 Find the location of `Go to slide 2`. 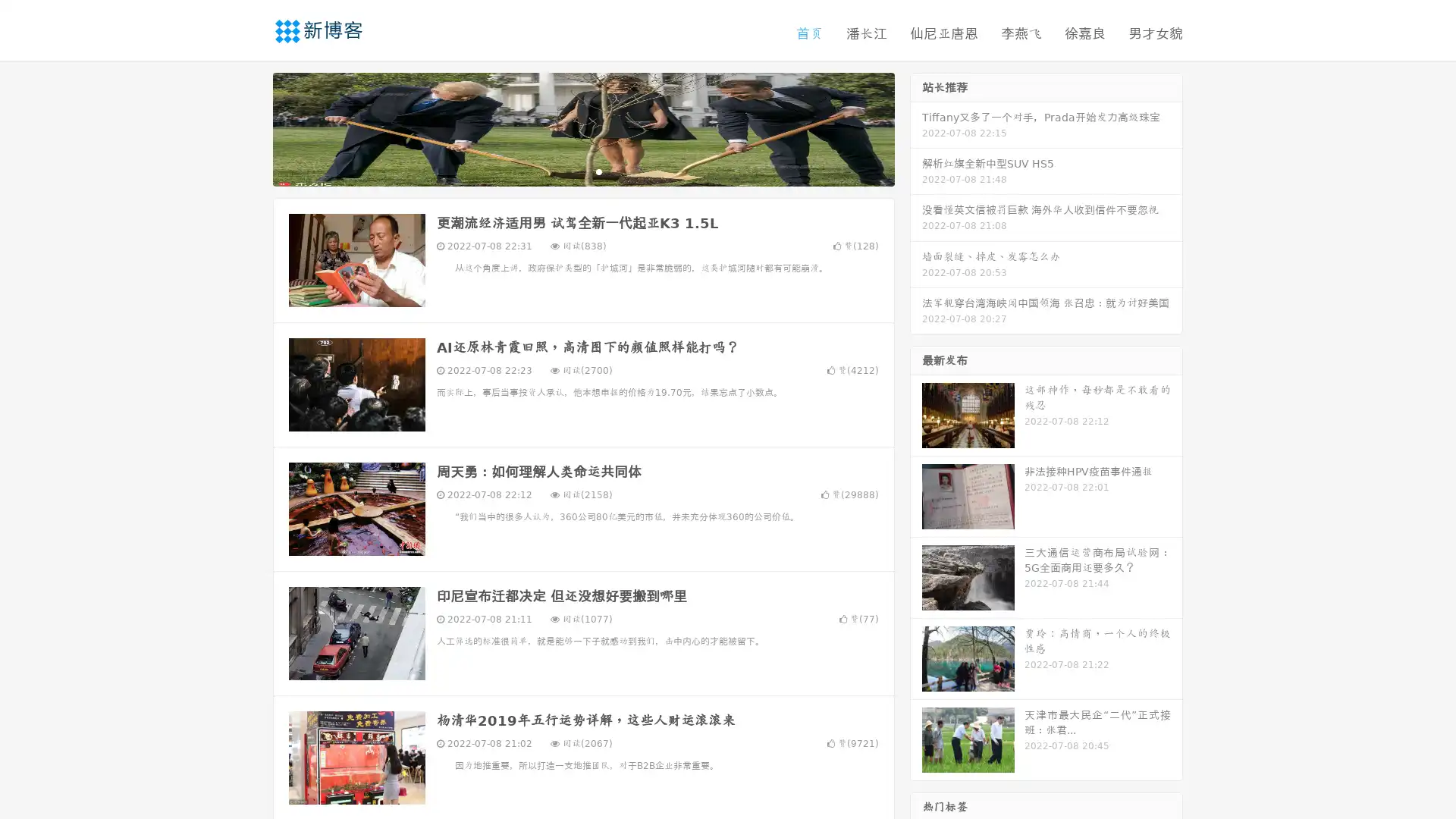

Go to slide 2 is located at coordinates (582, 171).